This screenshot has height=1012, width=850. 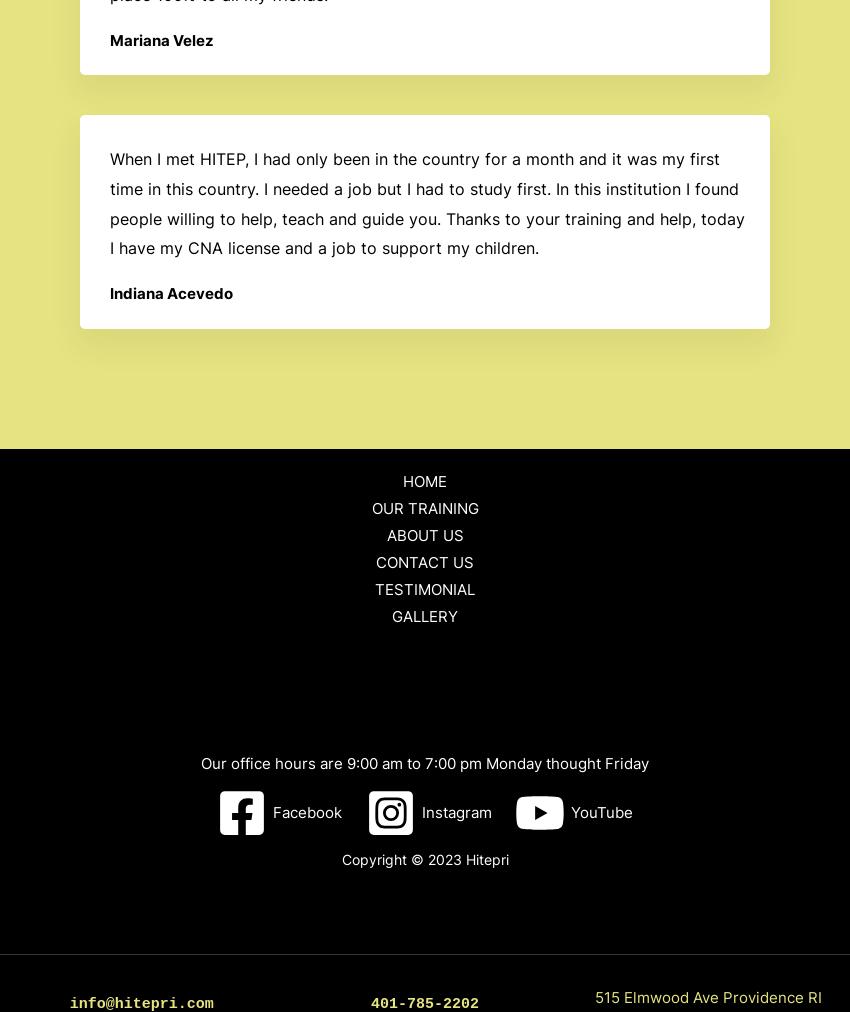 What do you see at coordinates (600, 812) in the screenshot?
I see `'YouTube'` at bounding box center [600, 812].